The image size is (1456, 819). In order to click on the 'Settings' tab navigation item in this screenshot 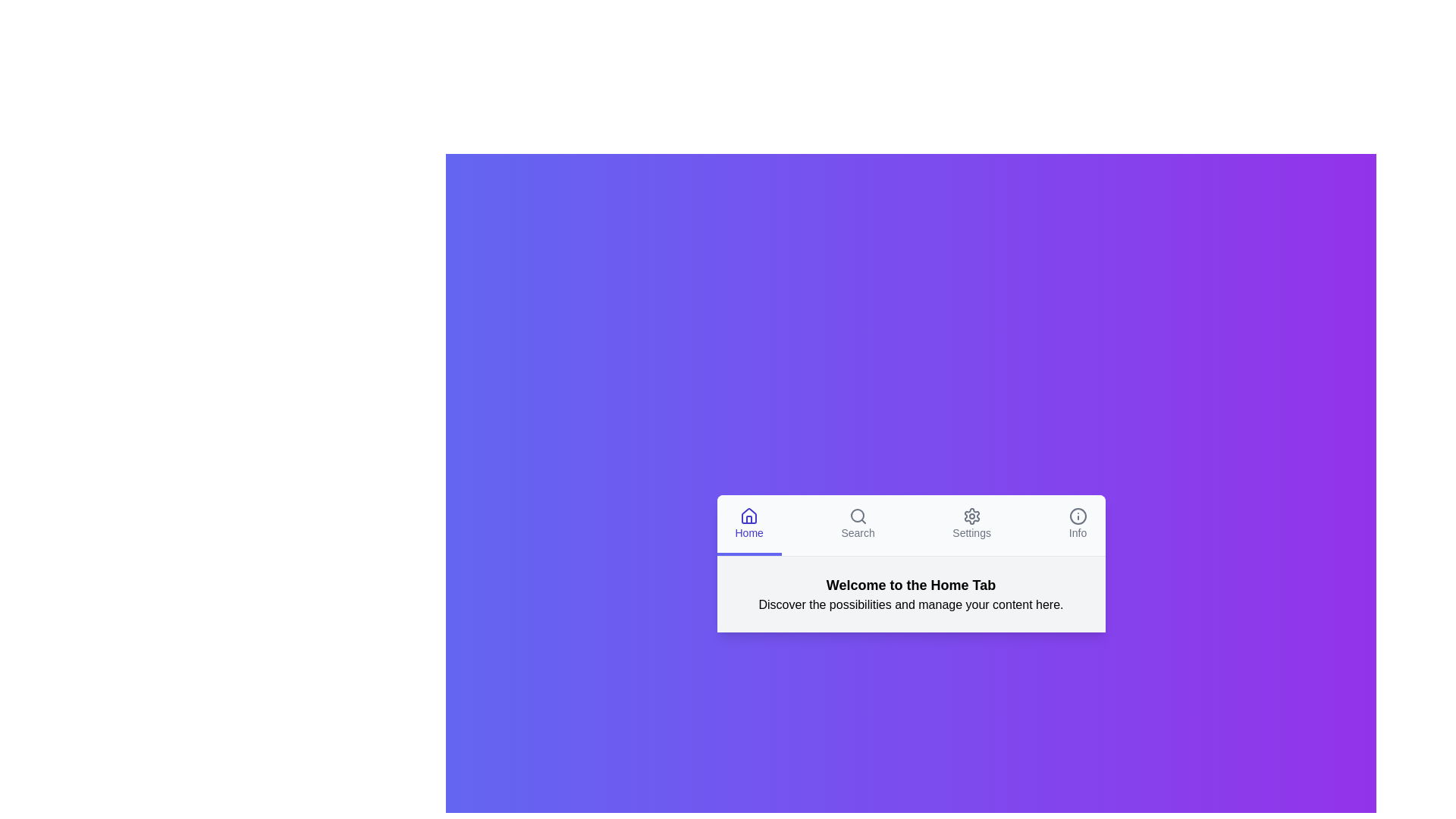, I will do `click(971, 524)`.